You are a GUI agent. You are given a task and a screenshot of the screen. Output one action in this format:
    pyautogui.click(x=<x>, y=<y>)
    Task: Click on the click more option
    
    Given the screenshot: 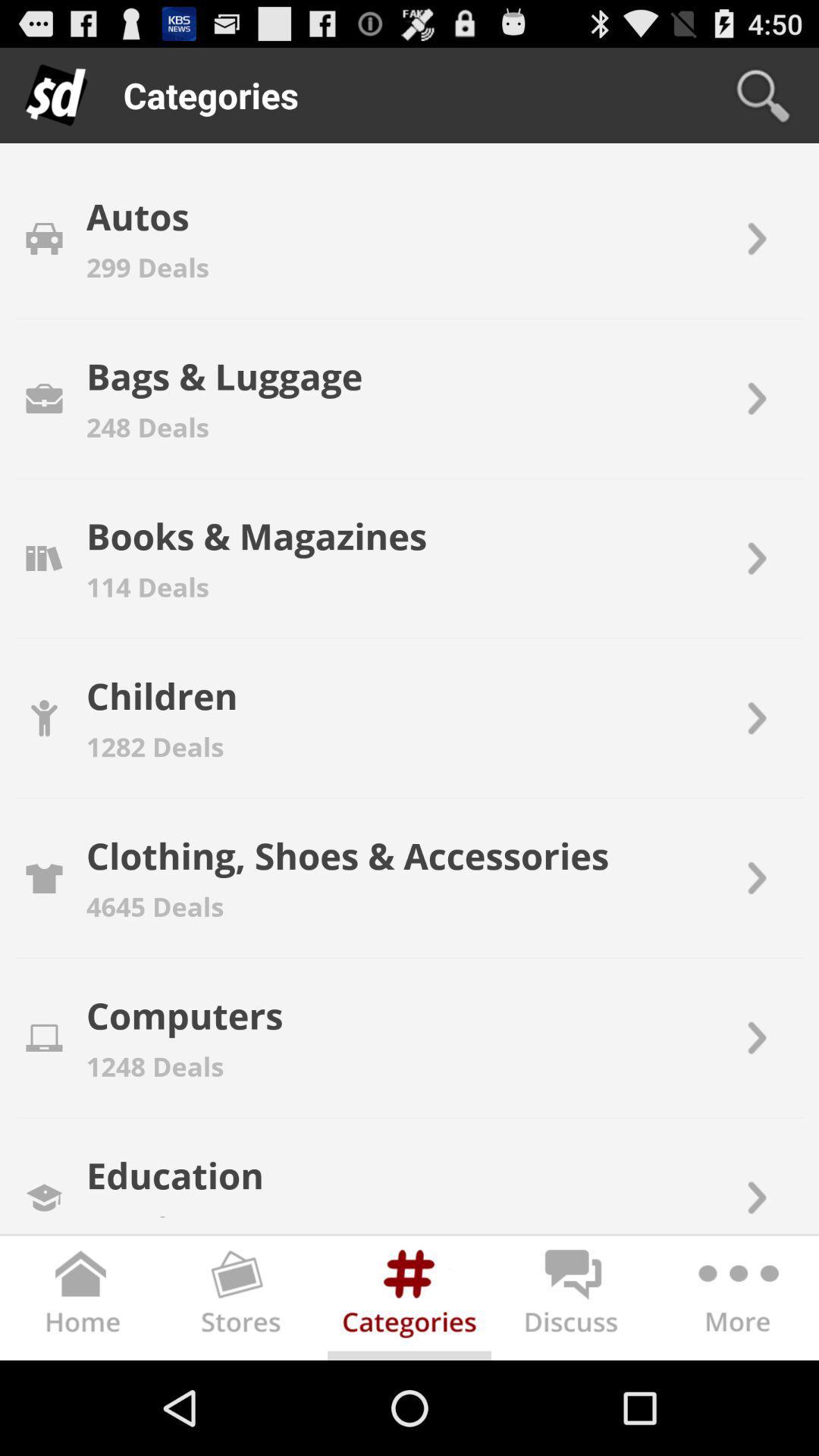 What is the action you would take?
    pyautogui.click(x=736, y=1300)
    